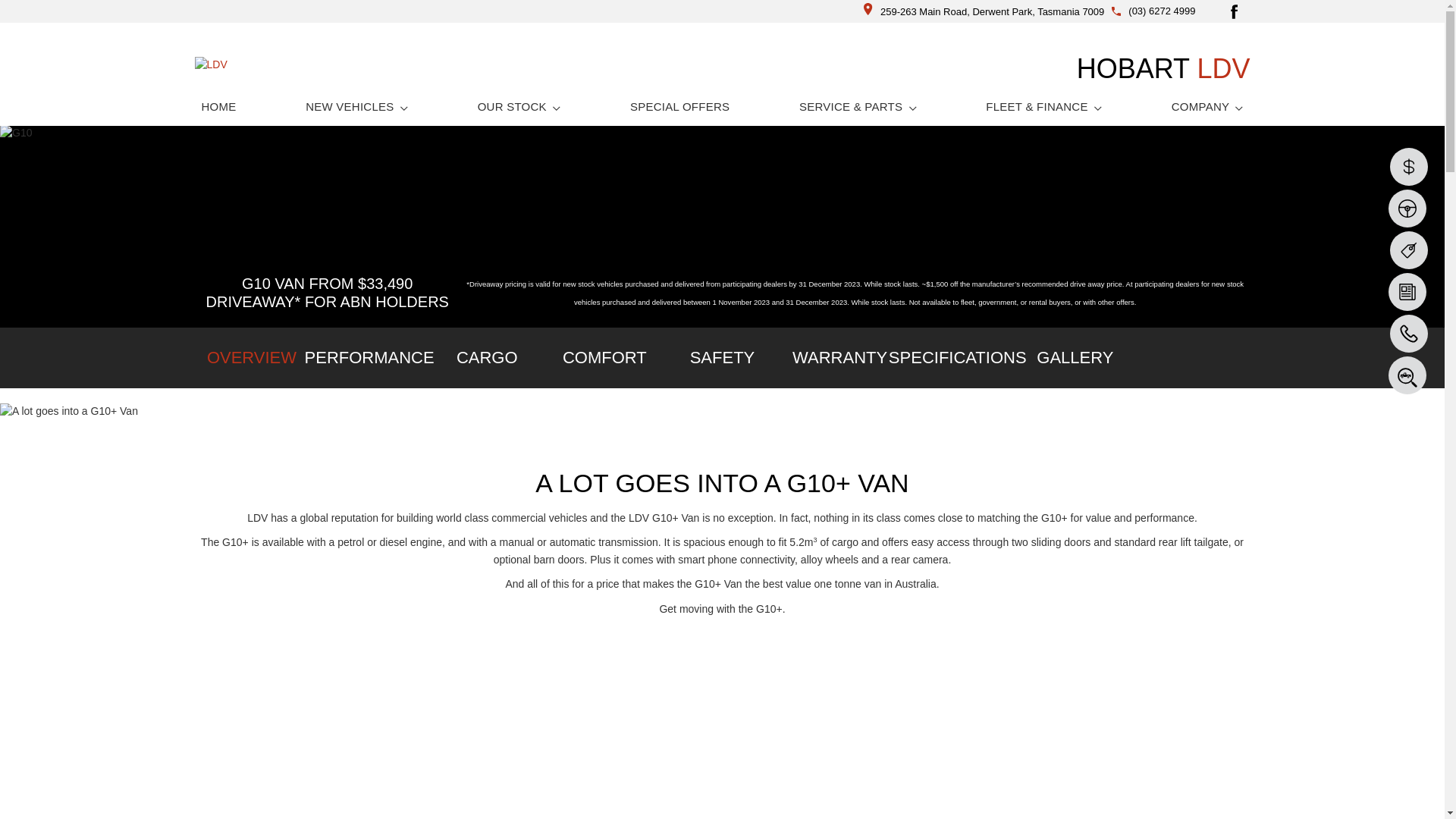 The image size is (1456, 819). I want to click on 'SPECIAL OFFERS', so click(679, 105).